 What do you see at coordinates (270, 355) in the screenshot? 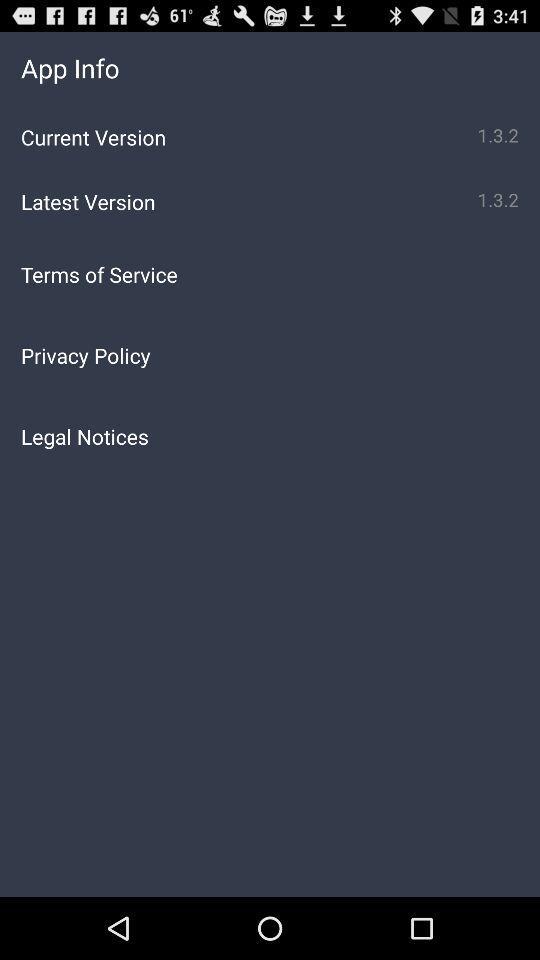
I see `the privacy policy item` at bounding box center [270, 355].